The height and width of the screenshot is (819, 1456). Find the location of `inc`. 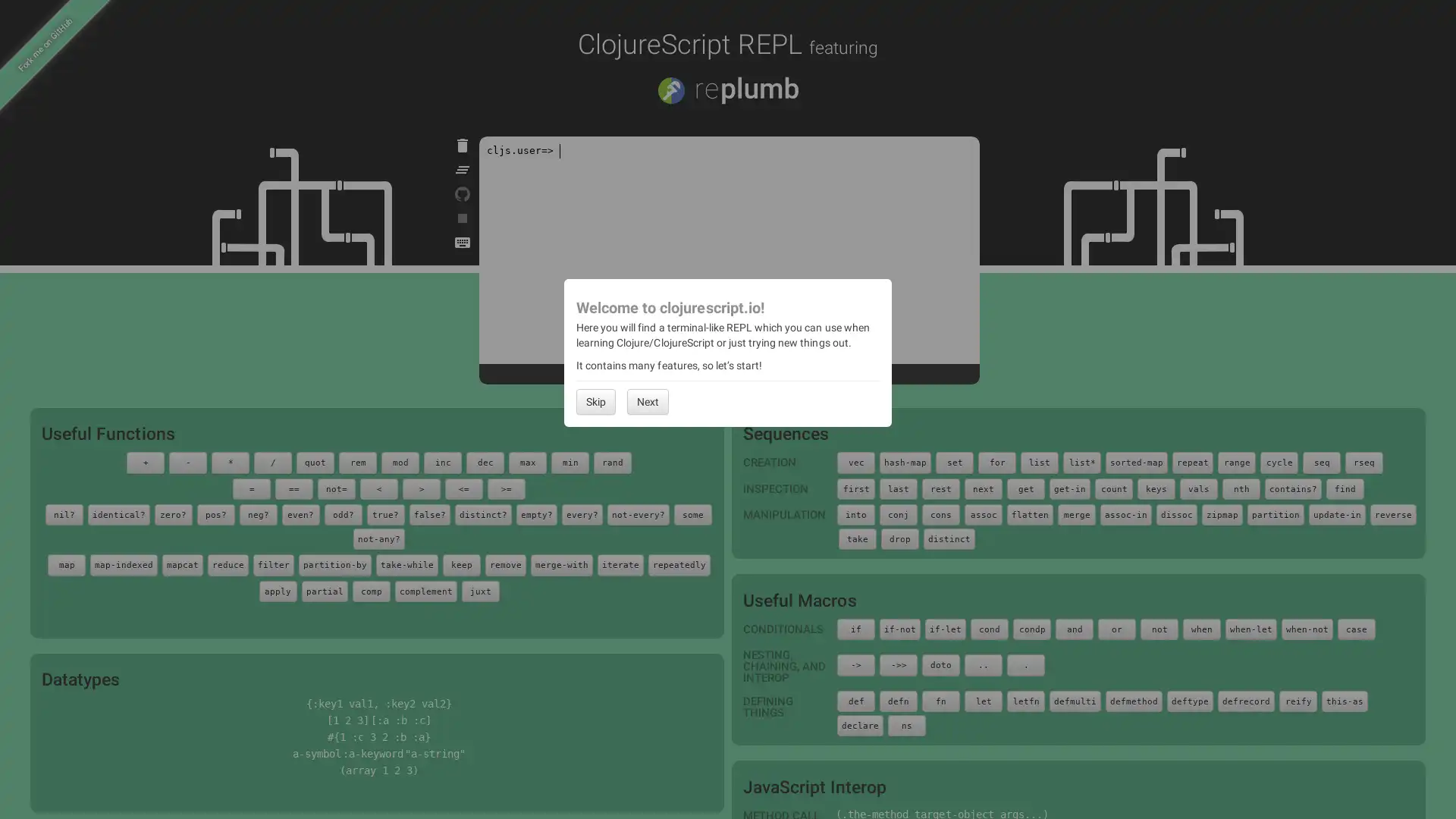

inc is located at coordinates (442, 461).